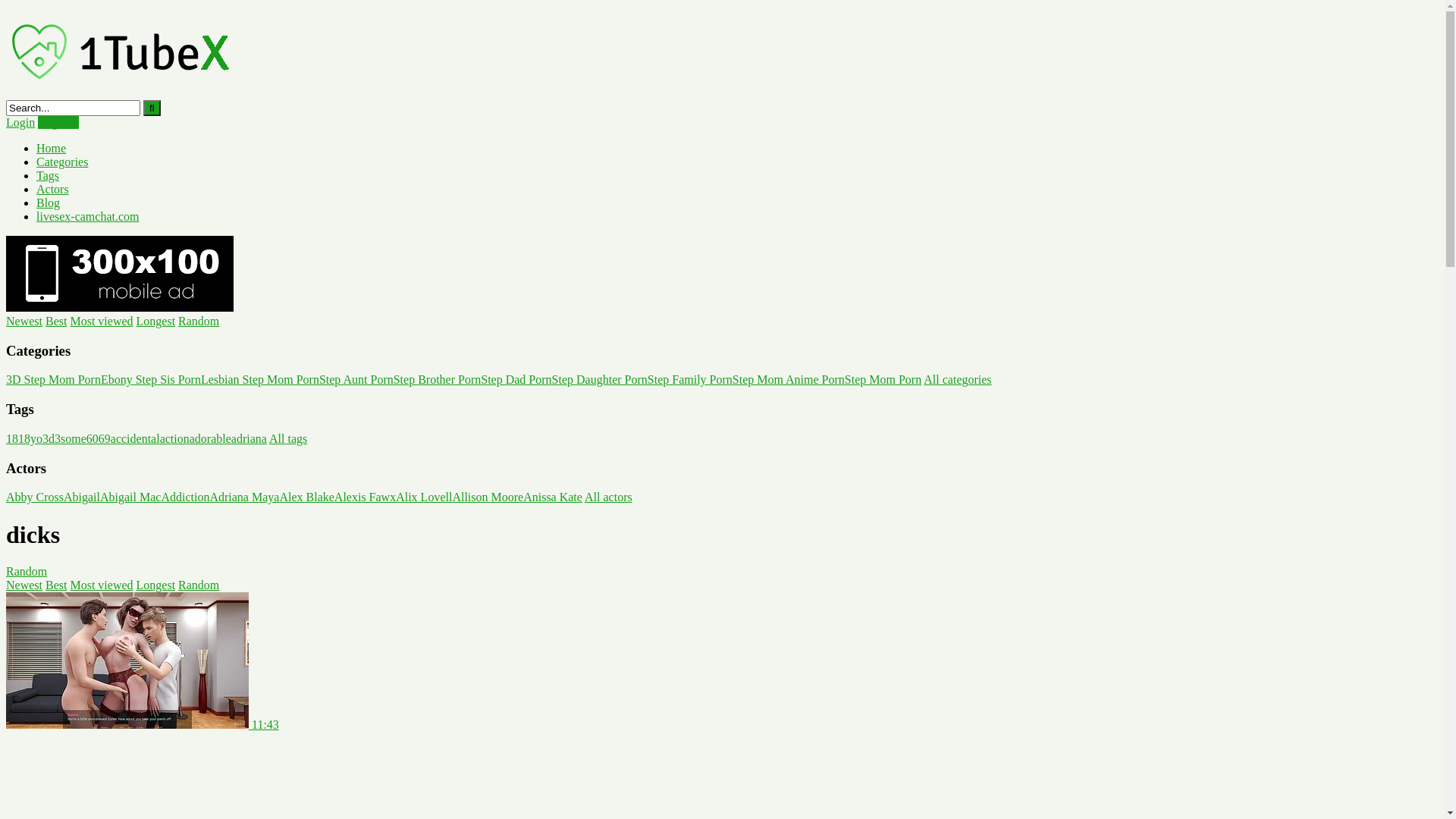 Image resolution: width=1456 pixels, height=819 pixels. Describe the element at coordinates (156, 320) in the screenshot. I see `'Longest'` at that location.